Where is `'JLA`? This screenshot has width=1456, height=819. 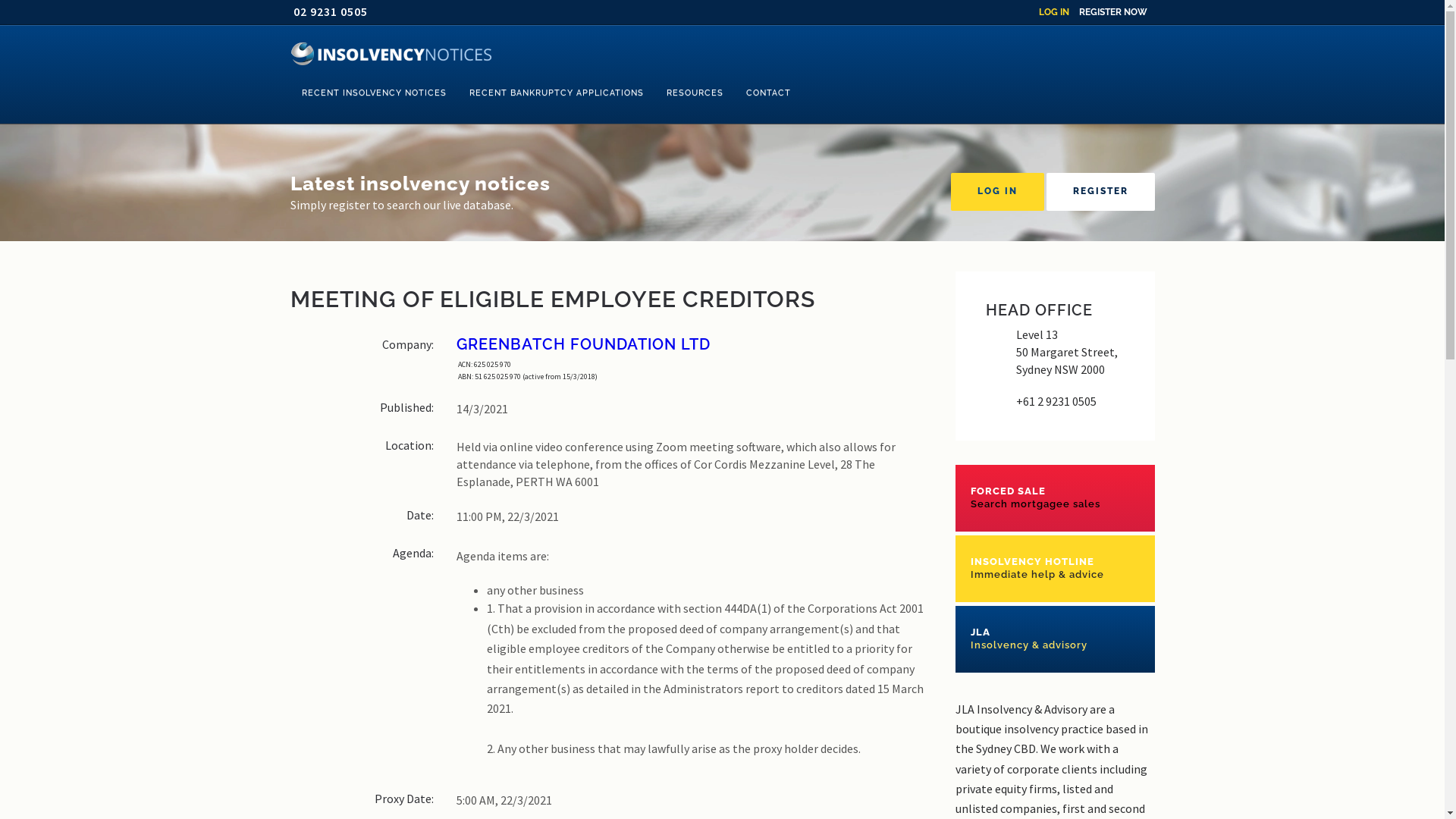 'JLA is located at coordinates (1054, 639).